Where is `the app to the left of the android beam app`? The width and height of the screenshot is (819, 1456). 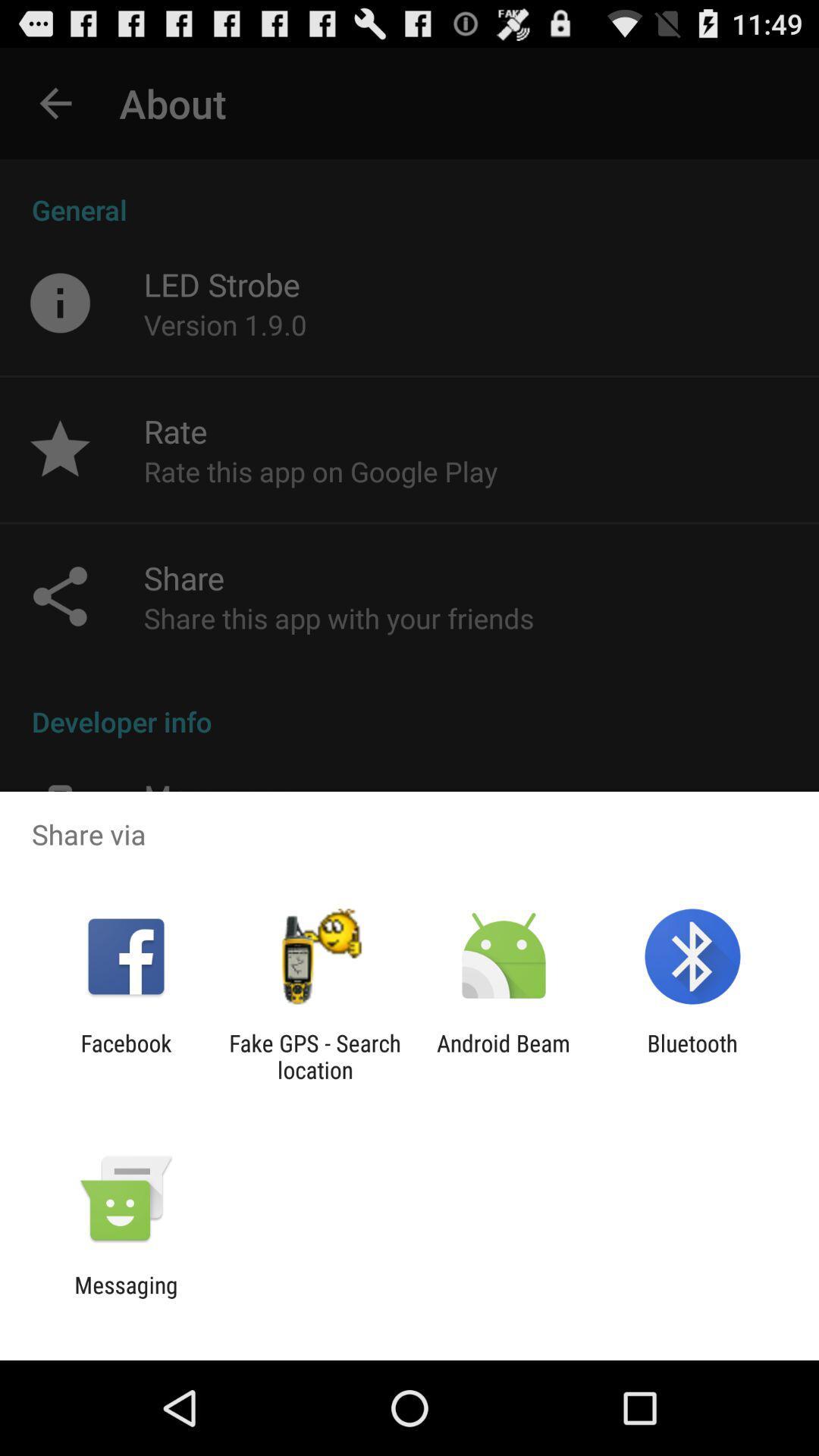 the app to the left of the android beam app is located at coordinates (314, 1056).